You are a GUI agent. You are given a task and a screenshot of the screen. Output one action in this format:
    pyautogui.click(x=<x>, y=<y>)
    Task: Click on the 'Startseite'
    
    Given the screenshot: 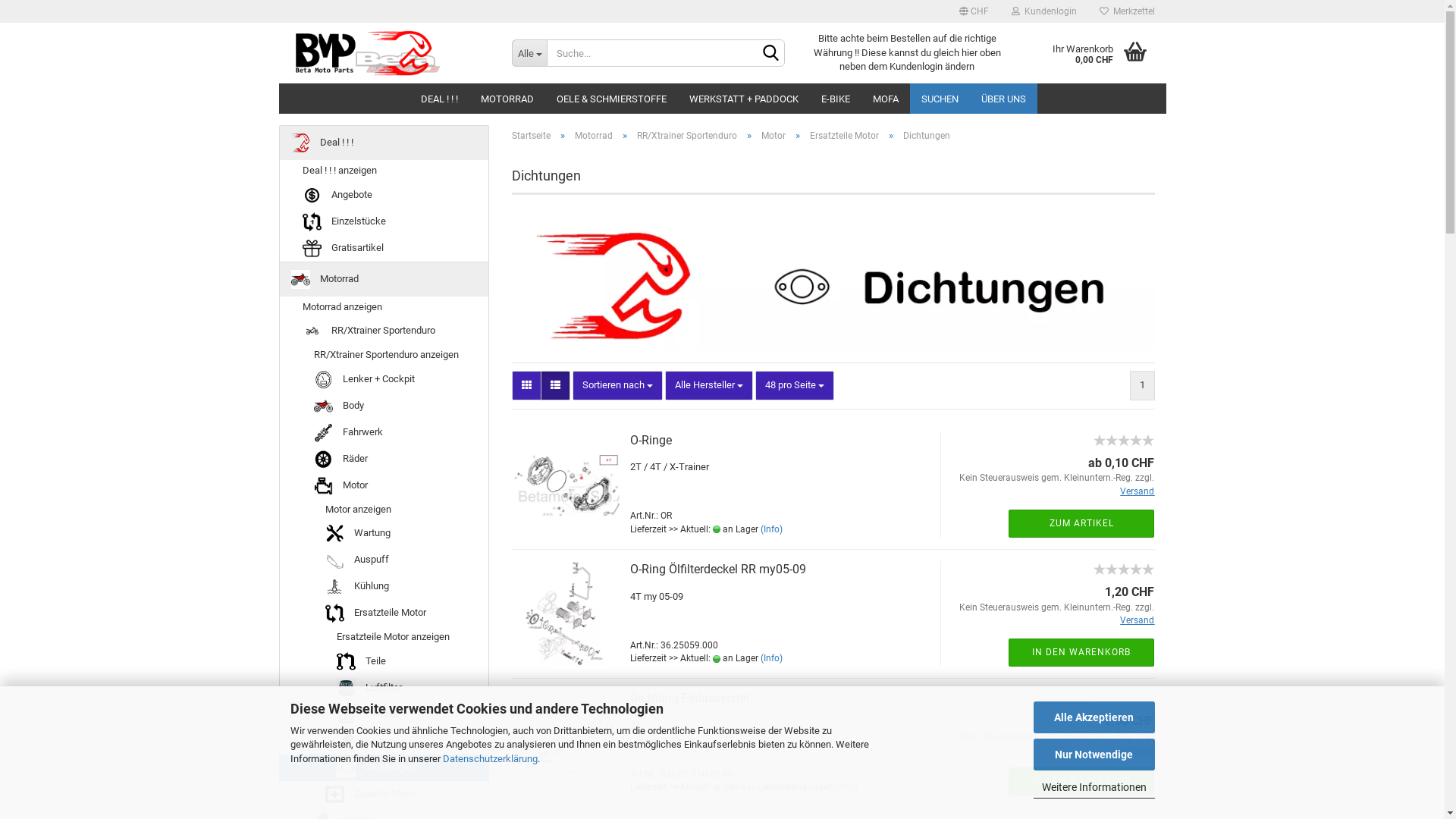 What is the action you would take?
    pyautogui.click(x=531, y=134)
    